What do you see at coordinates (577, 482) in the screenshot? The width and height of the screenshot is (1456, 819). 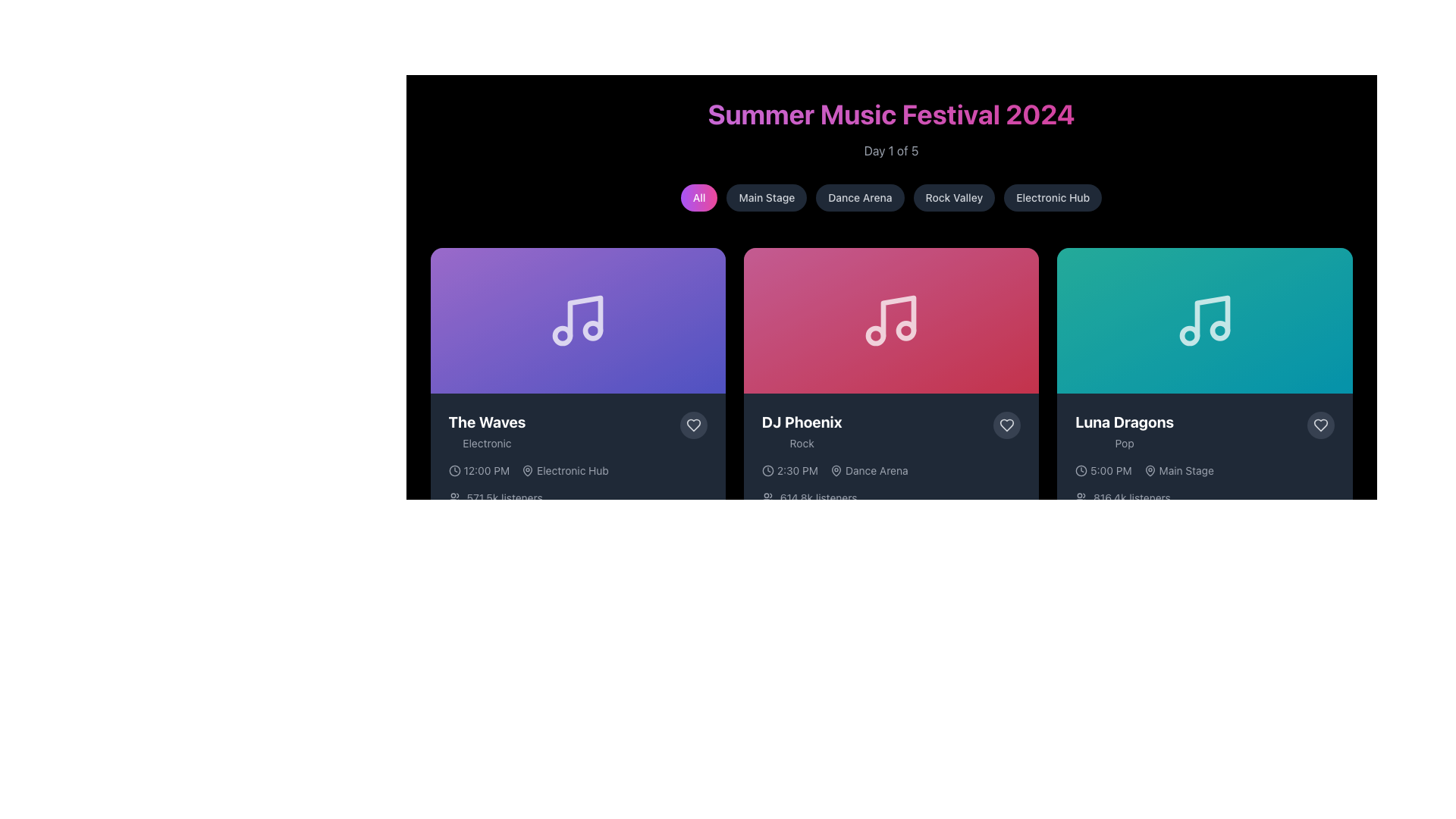 I see `the informational section displaying 'The Waves' music set, which includes the title, genre, time, location, and listener count` at bounding box center [577, 482].